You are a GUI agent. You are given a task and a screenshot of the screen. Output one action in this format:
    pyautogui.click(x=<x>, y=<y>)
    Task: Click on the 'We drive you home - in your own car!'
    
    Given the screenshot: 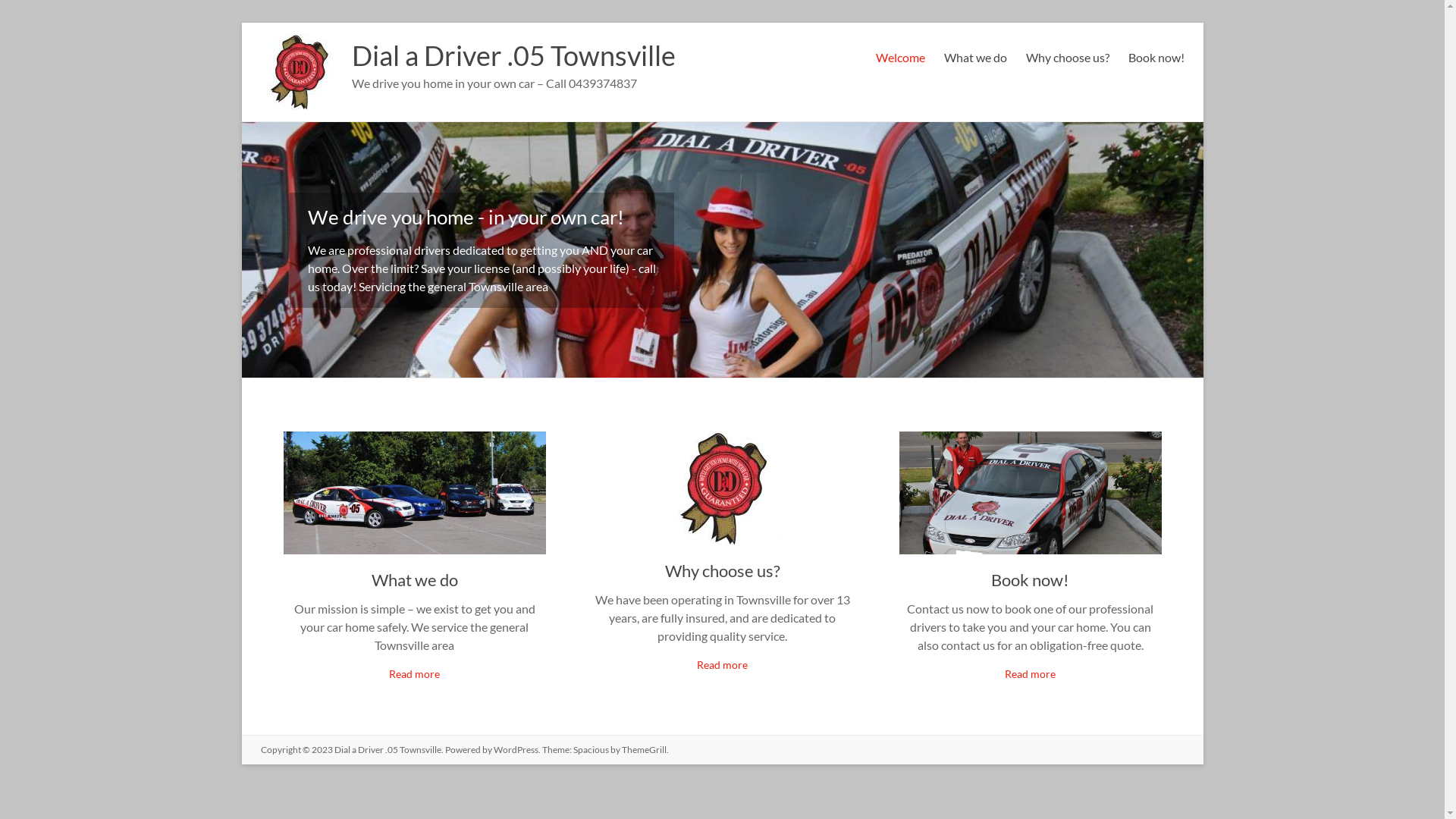 What is the action you would take?
    pyautogui.click(x=465, y=216)
    